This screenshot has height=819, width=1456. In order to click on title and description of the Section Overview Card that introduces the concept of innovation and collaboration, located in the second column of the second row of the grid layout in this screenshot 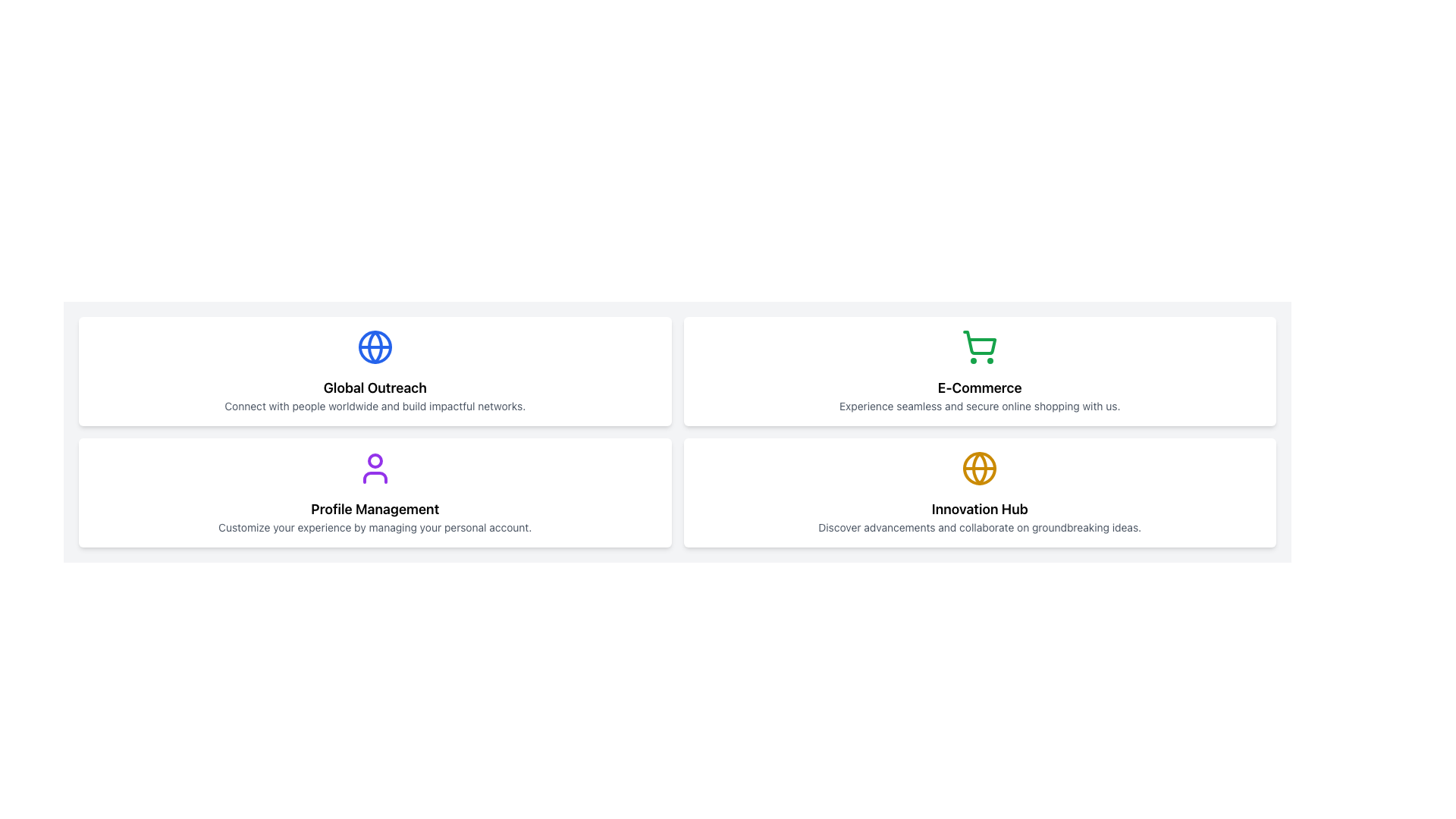, I will do `click(980, 493)`.